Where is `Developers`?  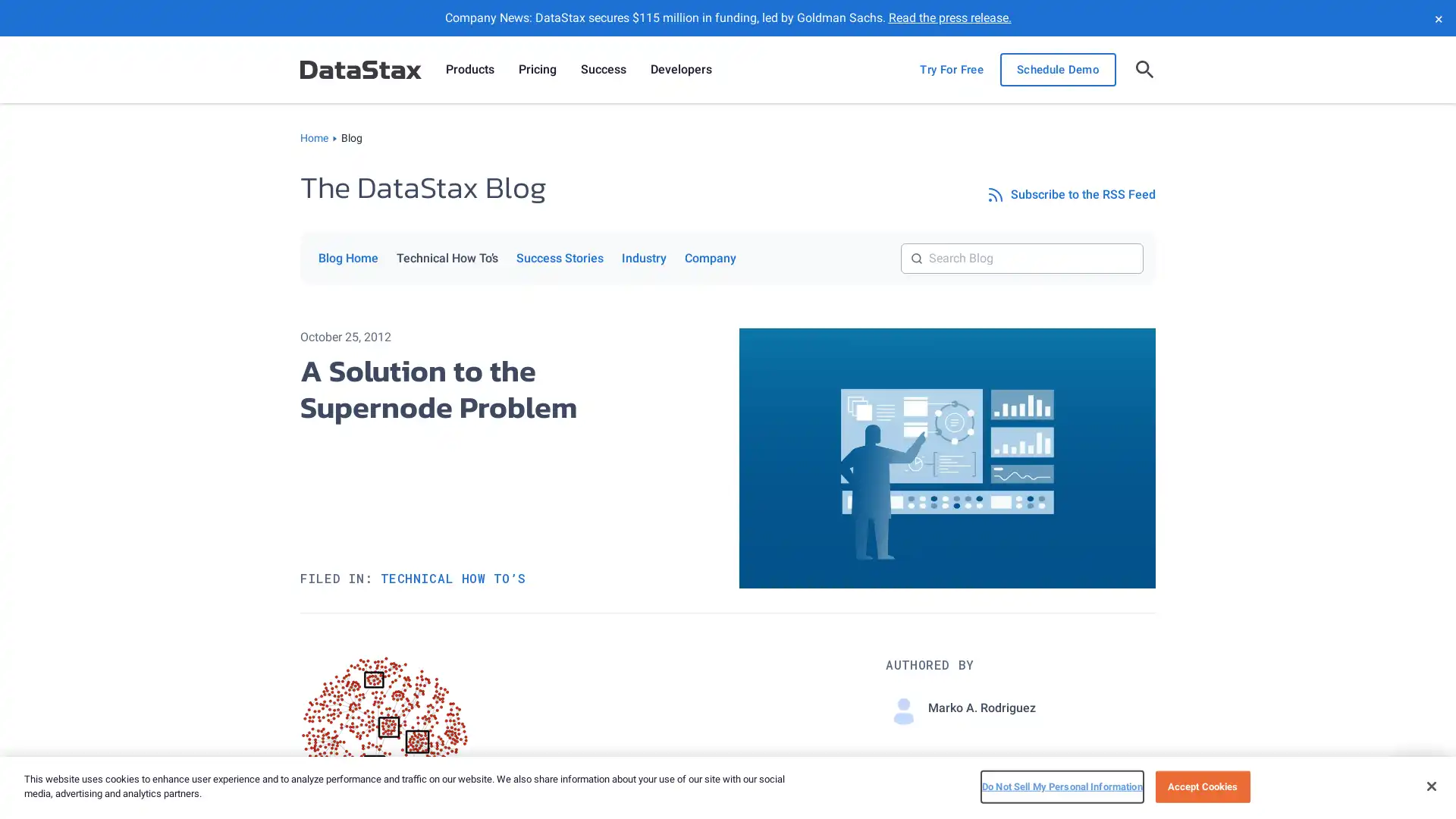 Developers is located at coordinates (680, 70).